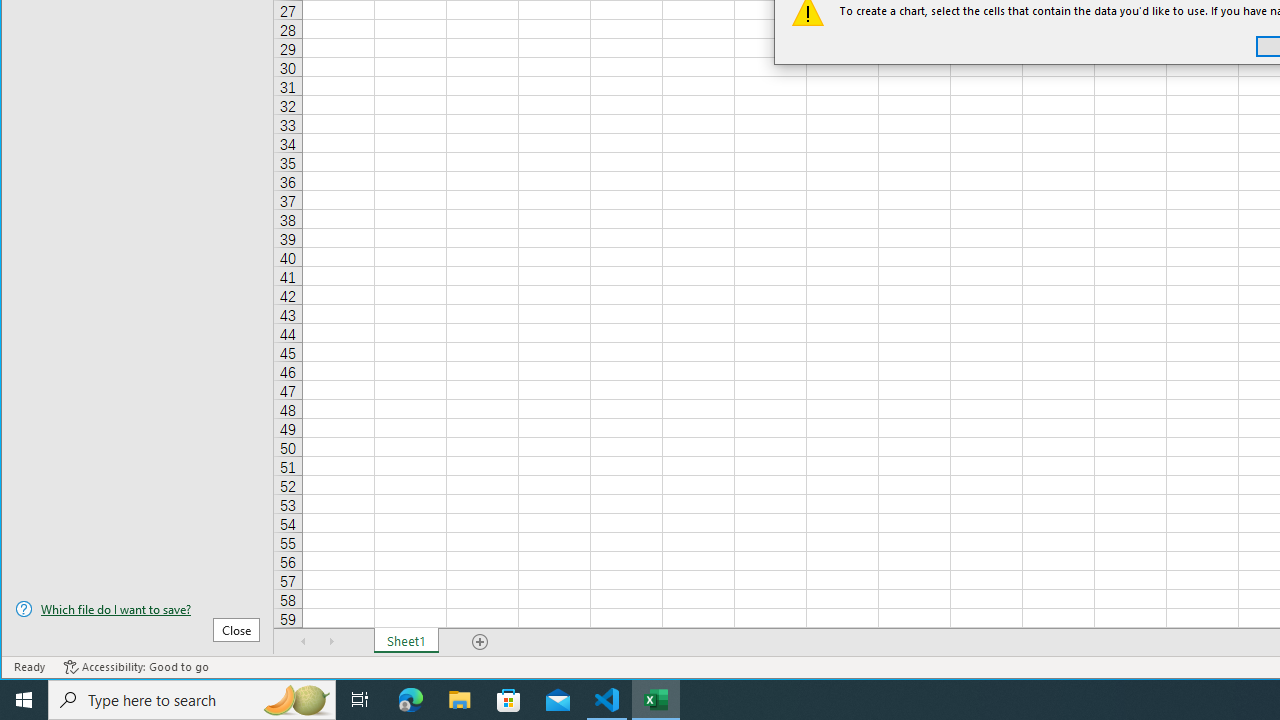  What do you see at coordinates (481, 641) in the screenshot?
I see `'Add Sheet'` at bounding box center [481, 641].